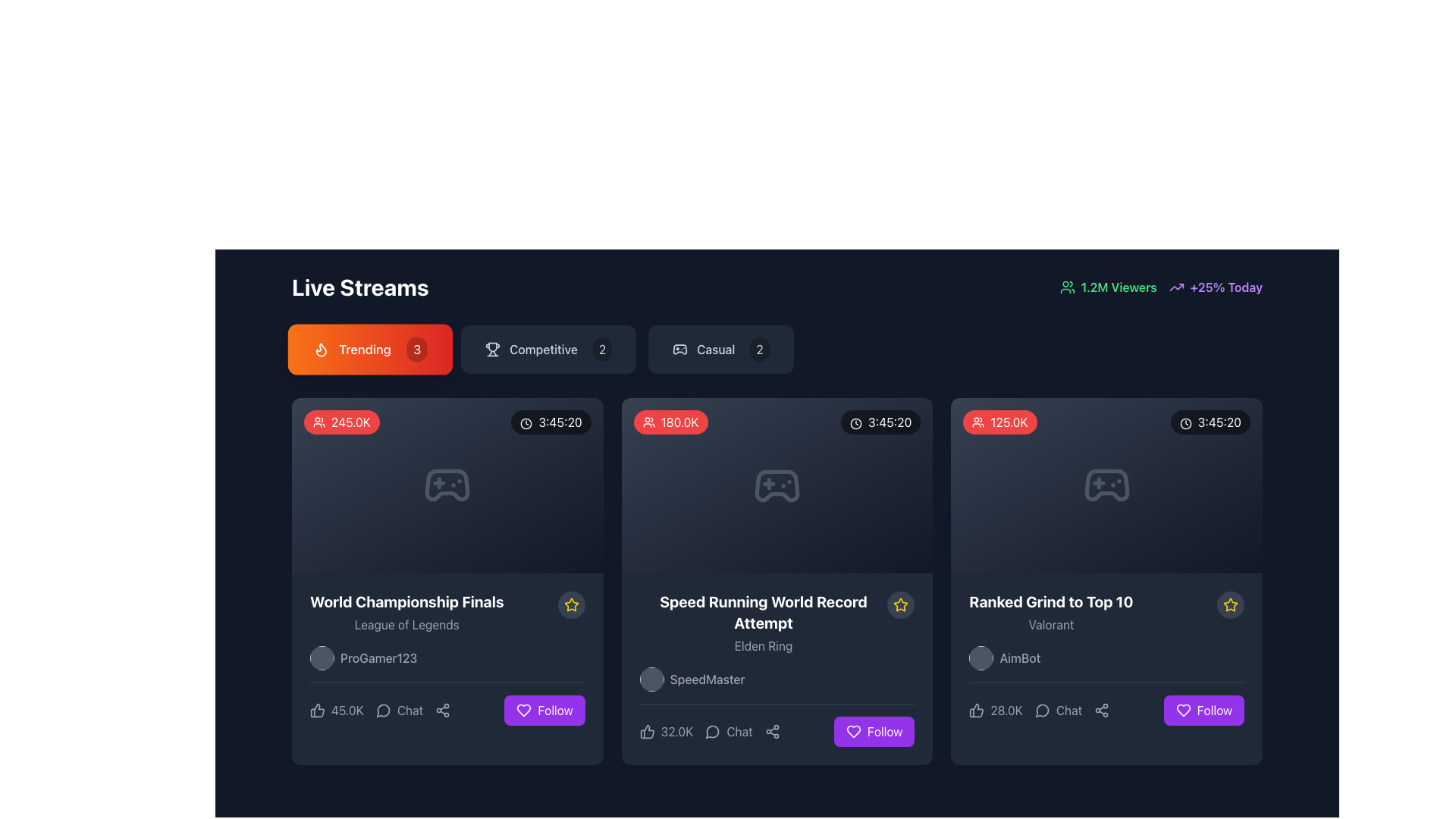  I want to click on the text-based display element that serves as the title and subtitle of the video, located in the central card of a three-card layout, positioned above the user details section, so click(777, 623).